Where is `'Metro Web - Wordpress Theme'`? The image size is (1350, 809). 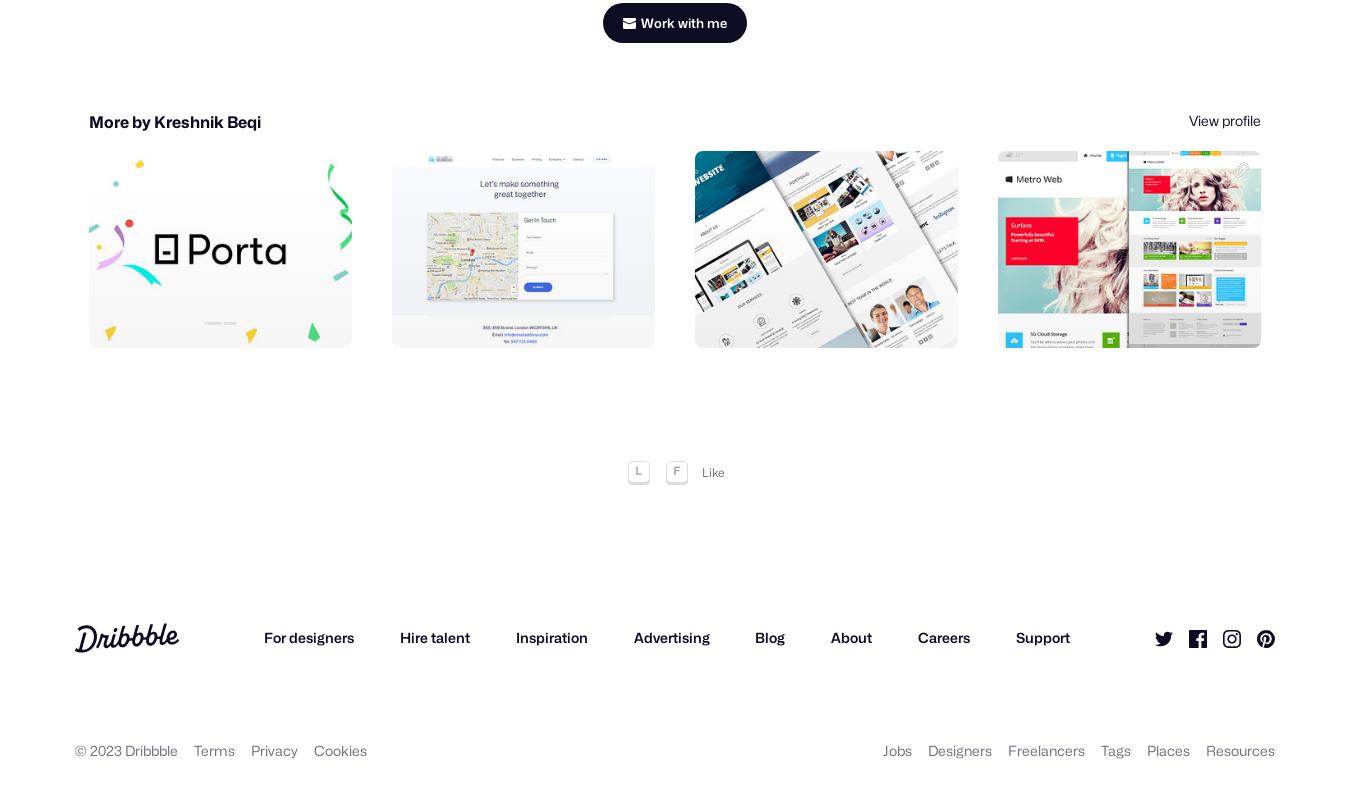
'Metro Web - Wordpress Theme' is located at coordinates (1119, 281).